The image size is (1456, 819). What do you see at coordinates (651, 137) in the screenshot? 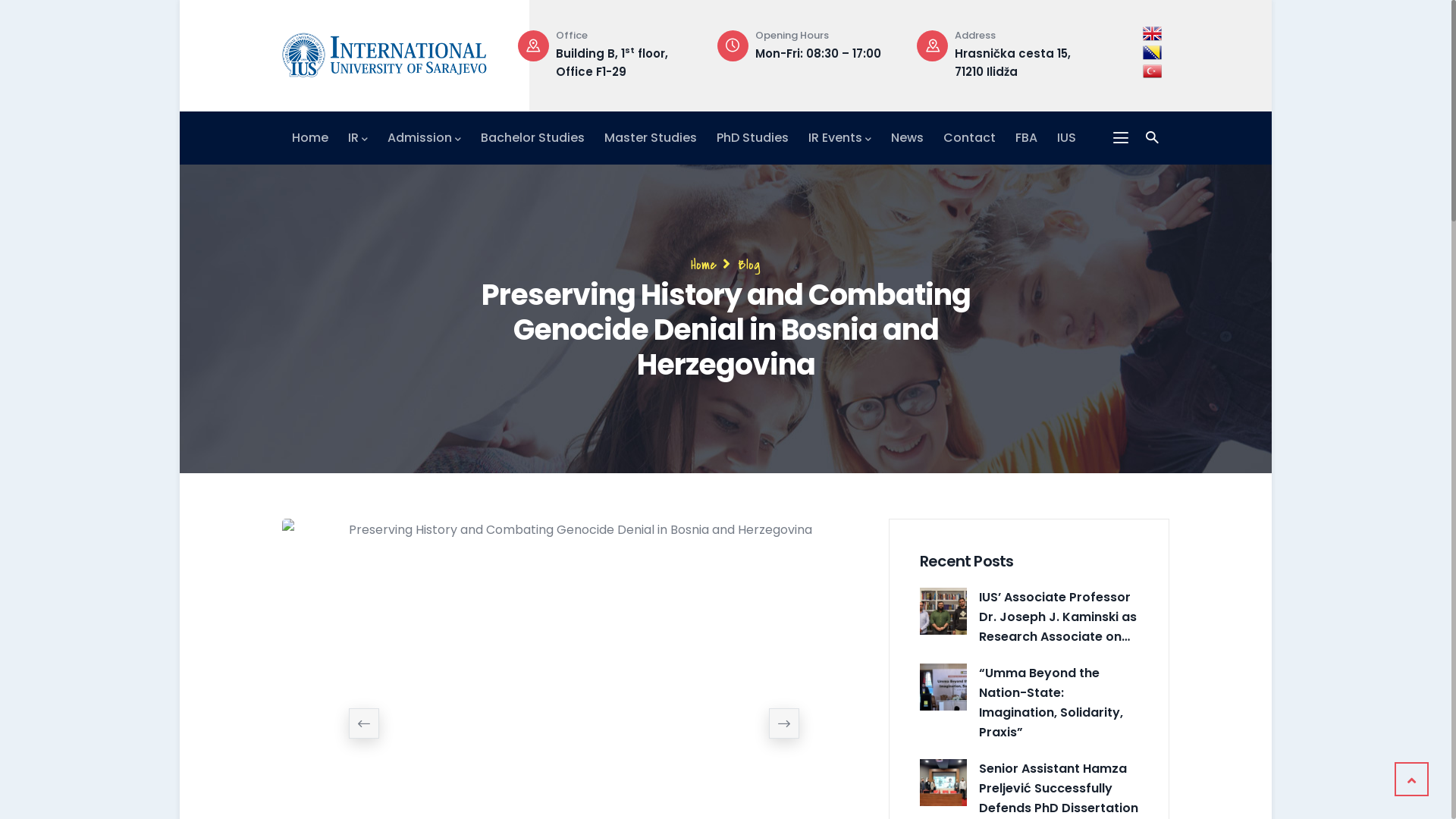
I see `'Master Studies'` at bounding box center [651, 137].